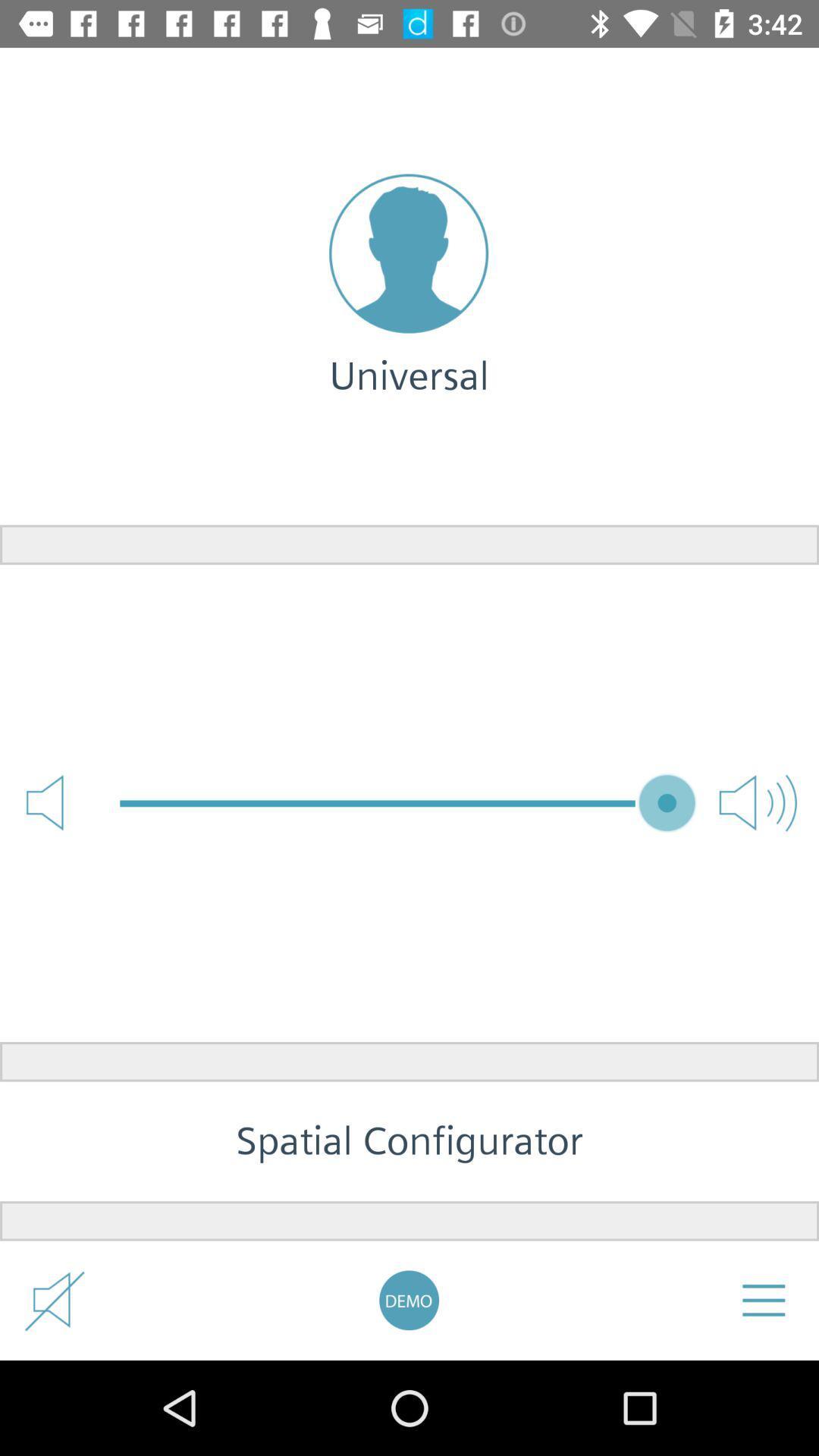 This screenshot has width=819, height=1456. I want to click on the volume icon, so click(54, 1300).